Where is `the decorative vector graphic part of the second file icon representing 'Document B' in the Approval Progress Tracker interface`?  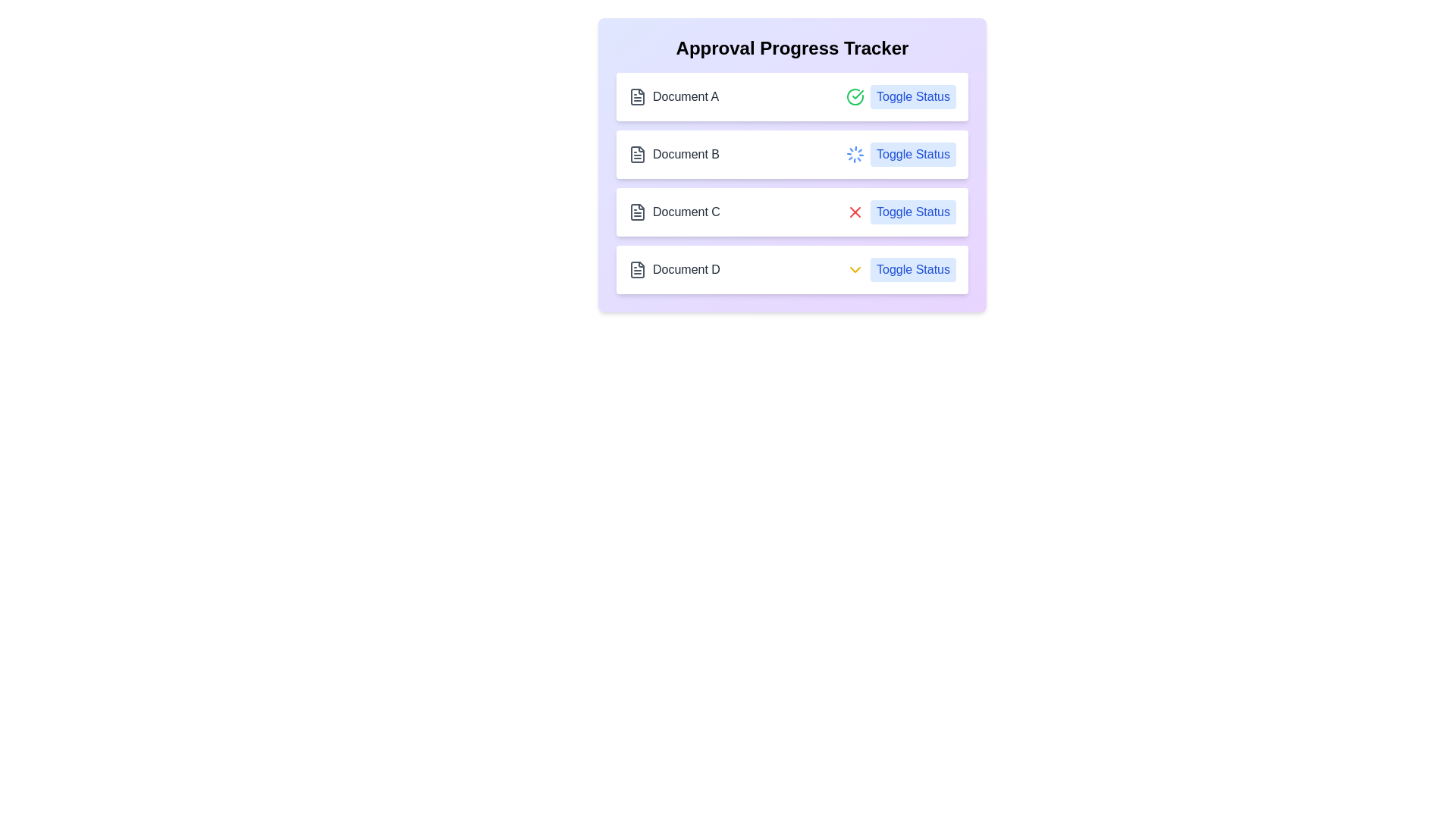
the decorative vector graphic part of the second file icon representing 'Document B' in the Approval Progress Tracker interface is located at coordinates (637, 155).